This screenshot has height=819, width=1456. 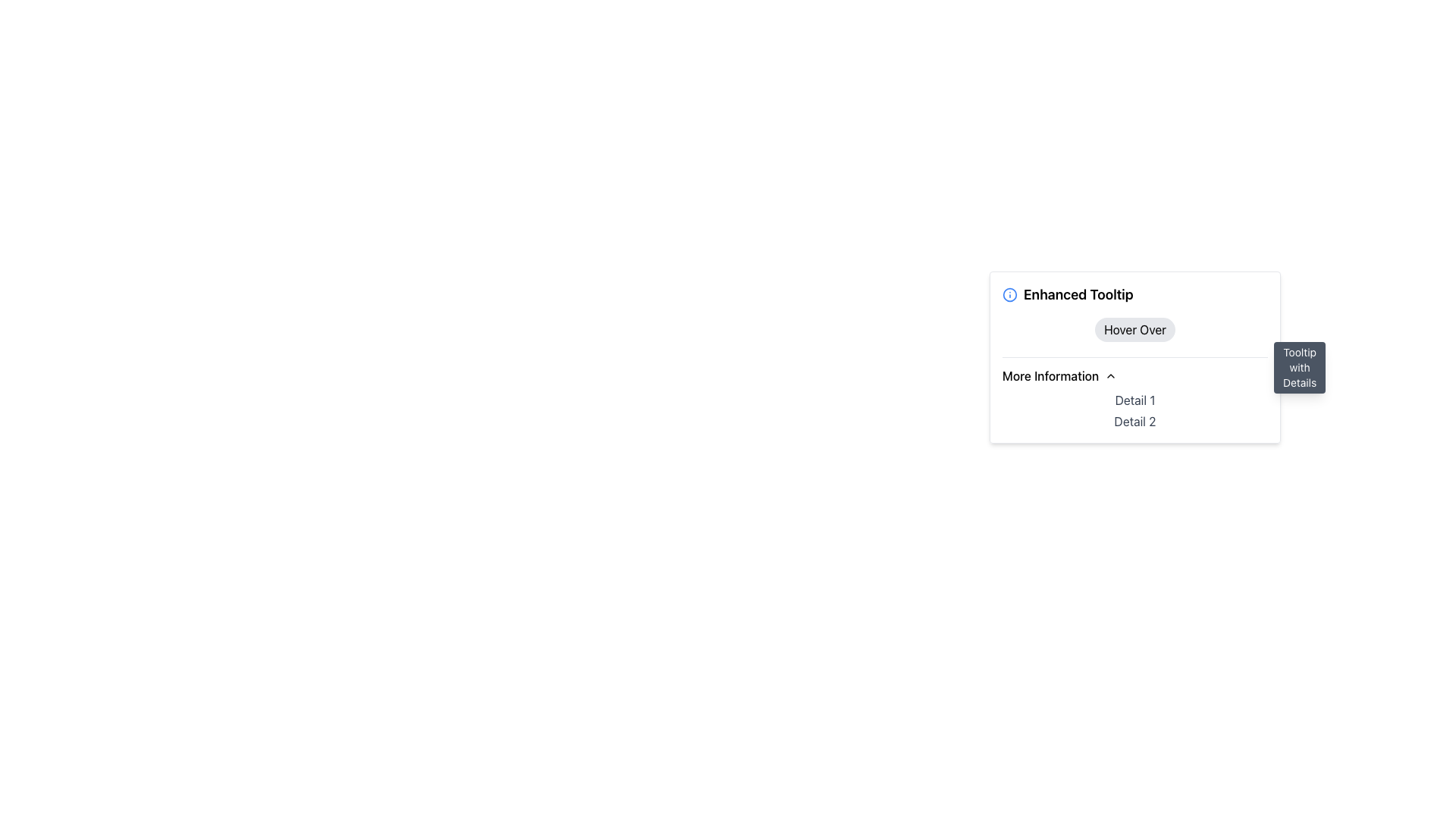 What do you see at coordinates (1009, 295) in the screenshot?
I see `the SVG circle element that serves as a background for the graphical icon located to the left of the 'Enhanced Tooltip' title` at bounding box center [1009, 295].